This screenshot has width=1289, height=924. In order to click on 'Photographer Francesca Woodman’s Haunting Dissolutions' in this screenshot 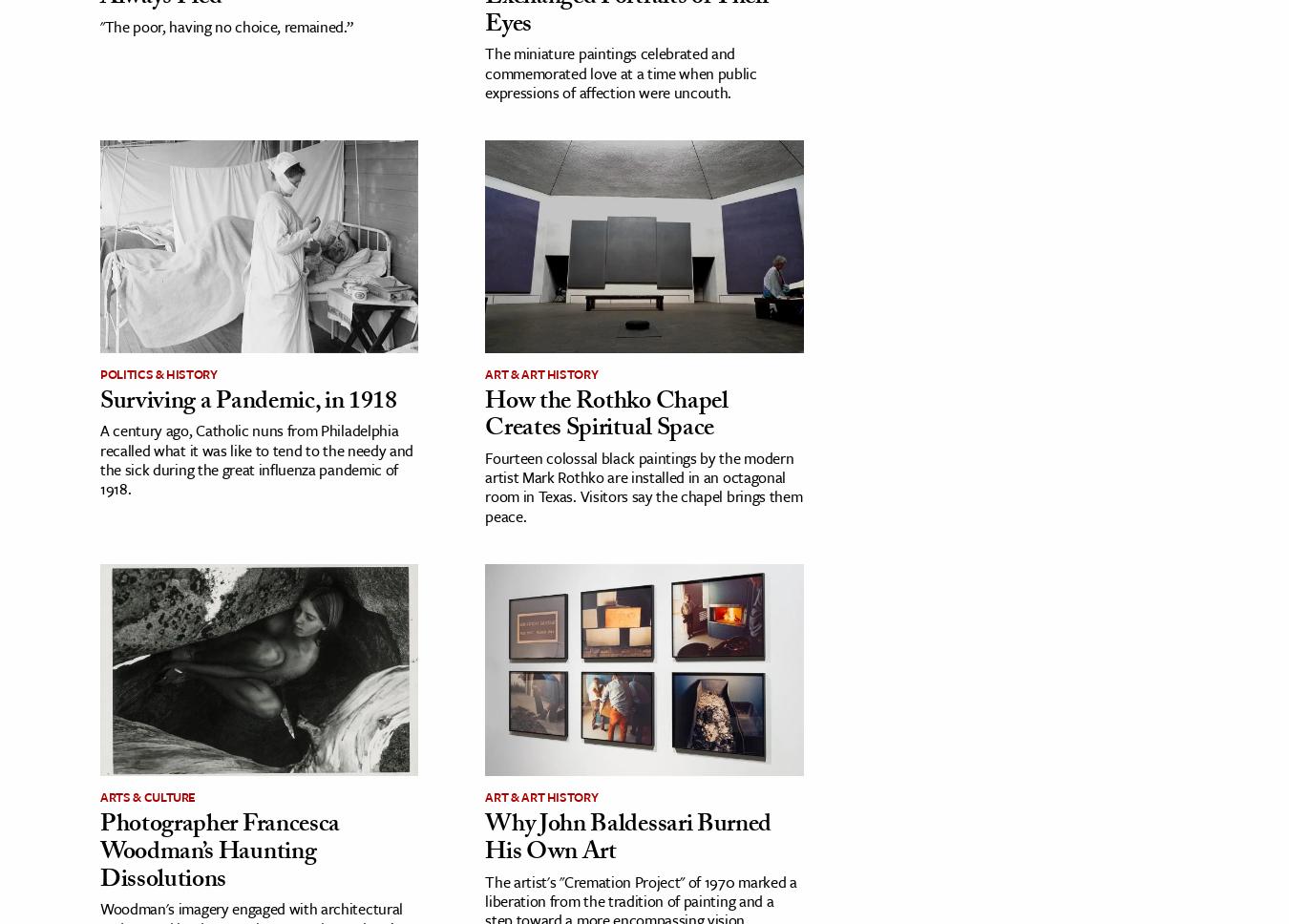, I will do `click(219, 853)`.